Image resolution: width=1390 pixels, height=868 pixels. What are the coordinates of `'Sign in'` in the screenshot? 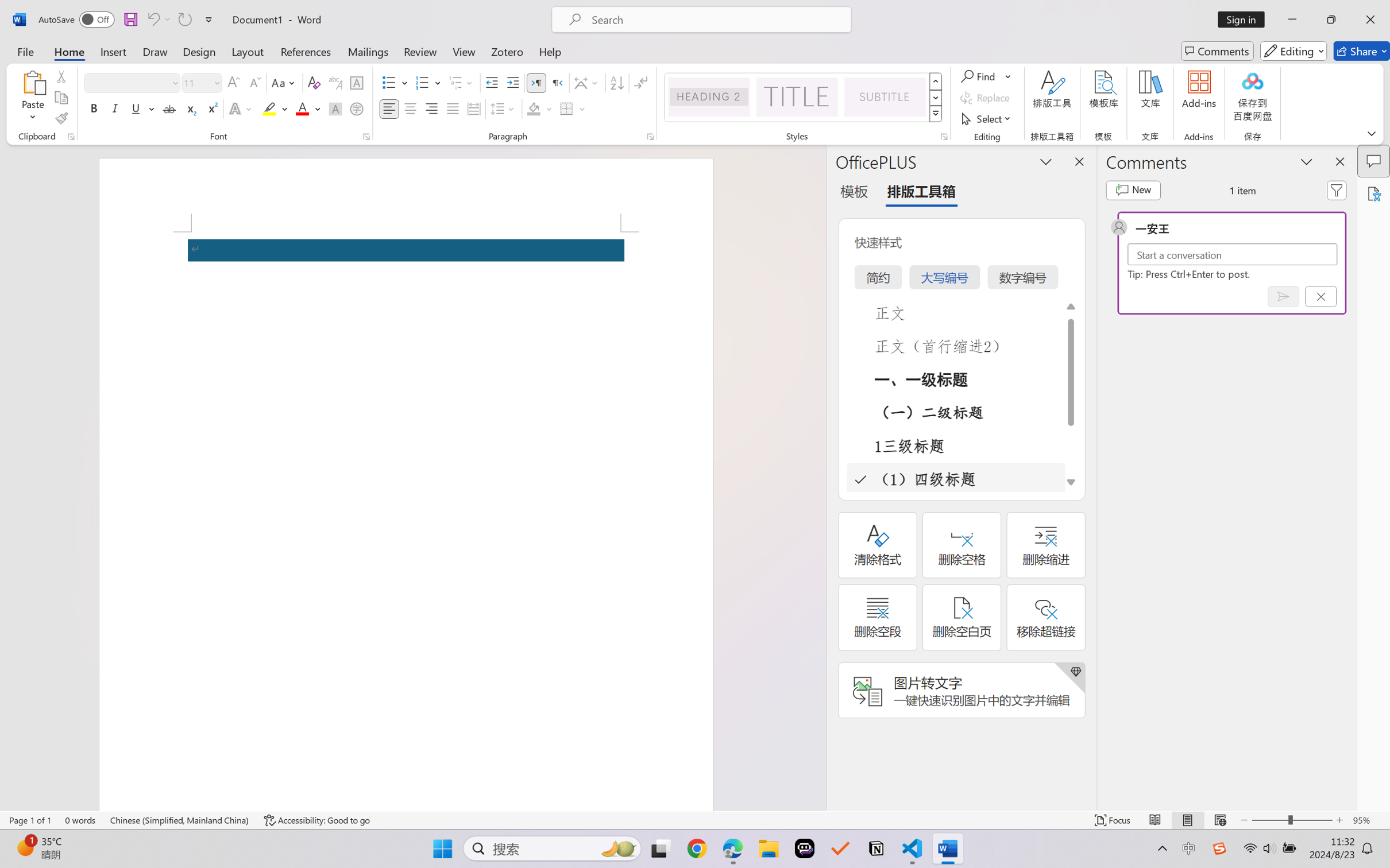 It's located at (1245, 19).